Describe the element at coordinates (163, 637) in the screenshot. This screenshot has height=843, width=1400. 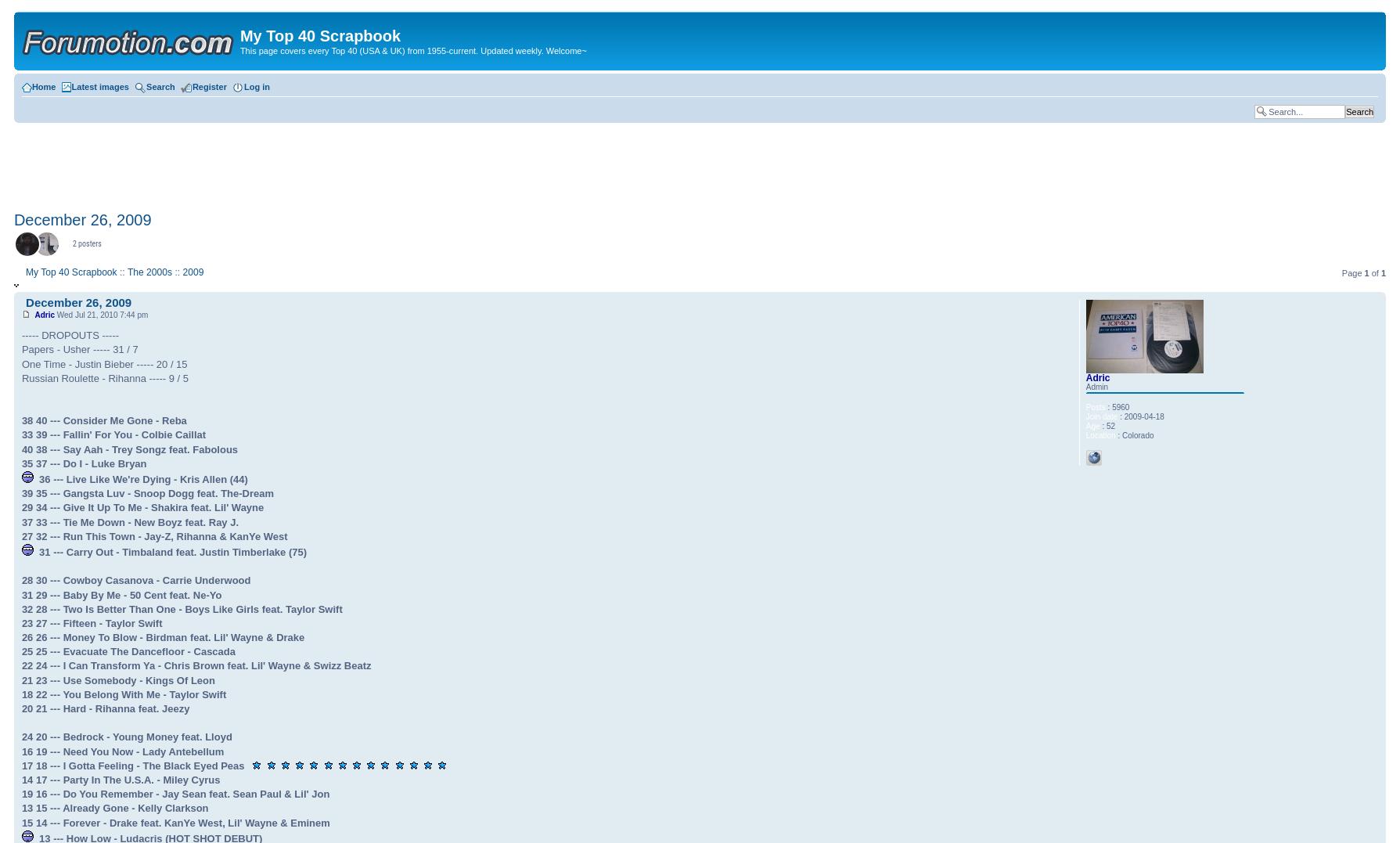
I see `'26 26 --- Money To Blow - Birdman feat. Lil' Wayne & Drake'` at that location.